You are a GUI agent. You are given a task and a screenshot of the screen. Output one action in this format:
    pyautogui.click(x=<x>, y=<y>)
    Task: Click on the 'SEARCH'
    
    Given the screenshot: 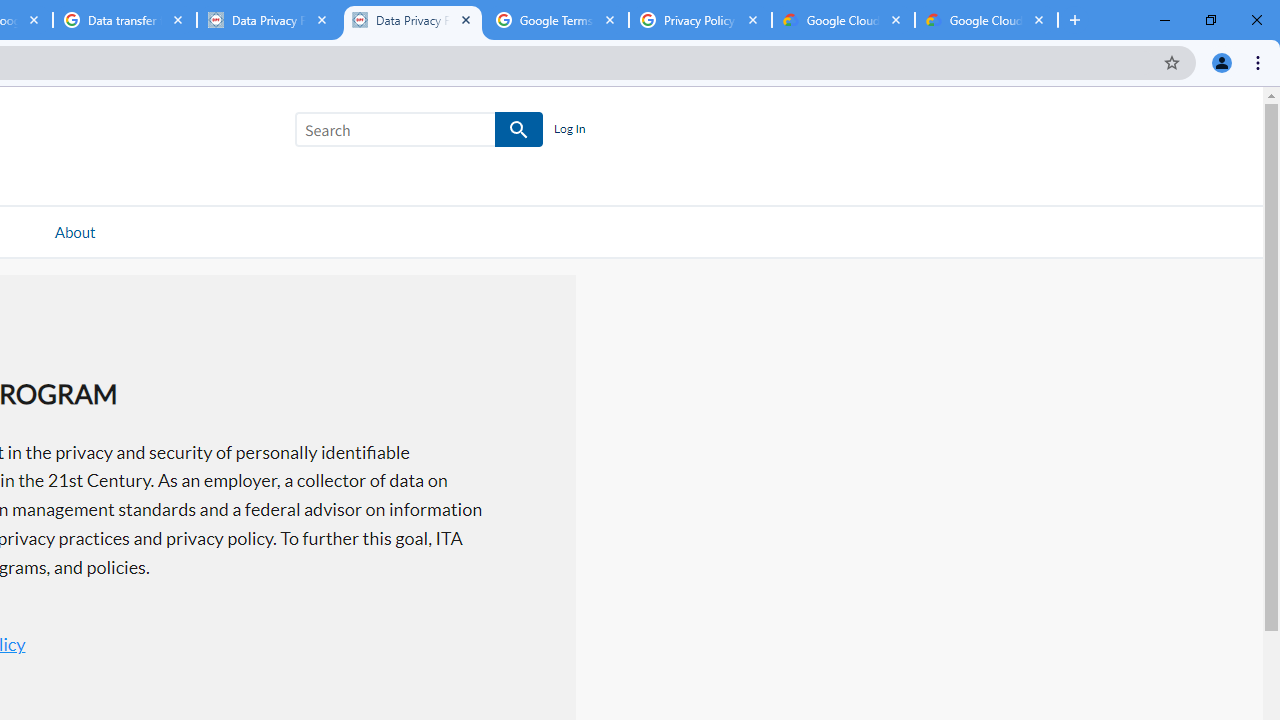 What is the action you would take?
    pyautogui.click(x=519, y=130)
    